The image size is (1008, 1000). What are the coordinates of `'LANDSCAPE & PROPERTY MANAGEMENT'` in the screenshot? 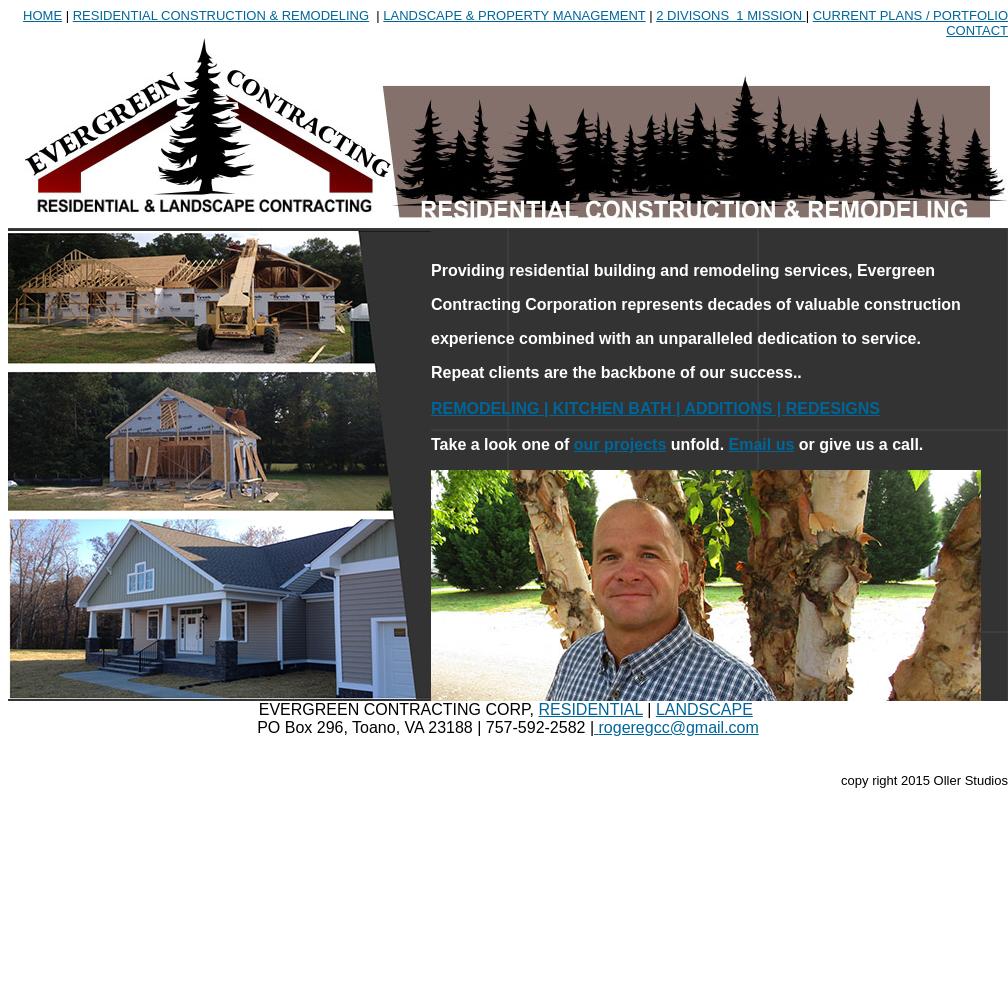 It's located at (513, 15).